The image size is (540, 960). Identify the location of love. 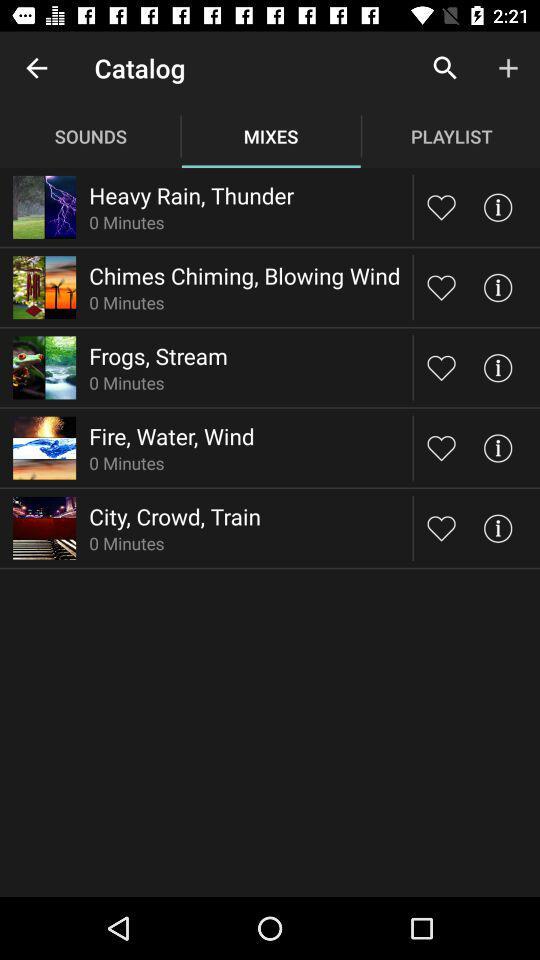
(441, 527).